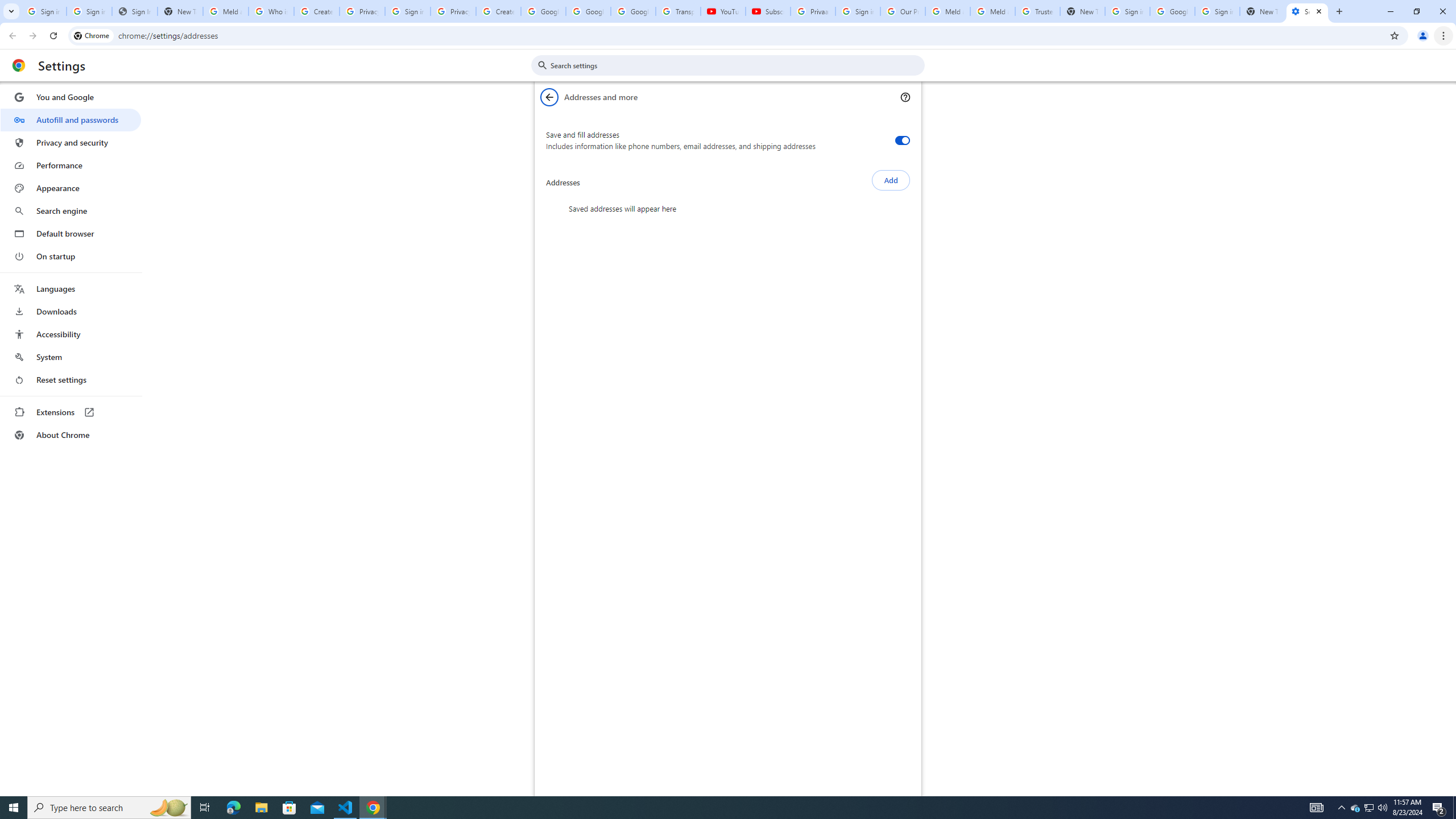 Image resolution: width=1456 pixels, height=819 pixels. Describe the element at coordinates (767, 11) in the screenshot. I see `'Subscriptions - YouTube'` at that location.